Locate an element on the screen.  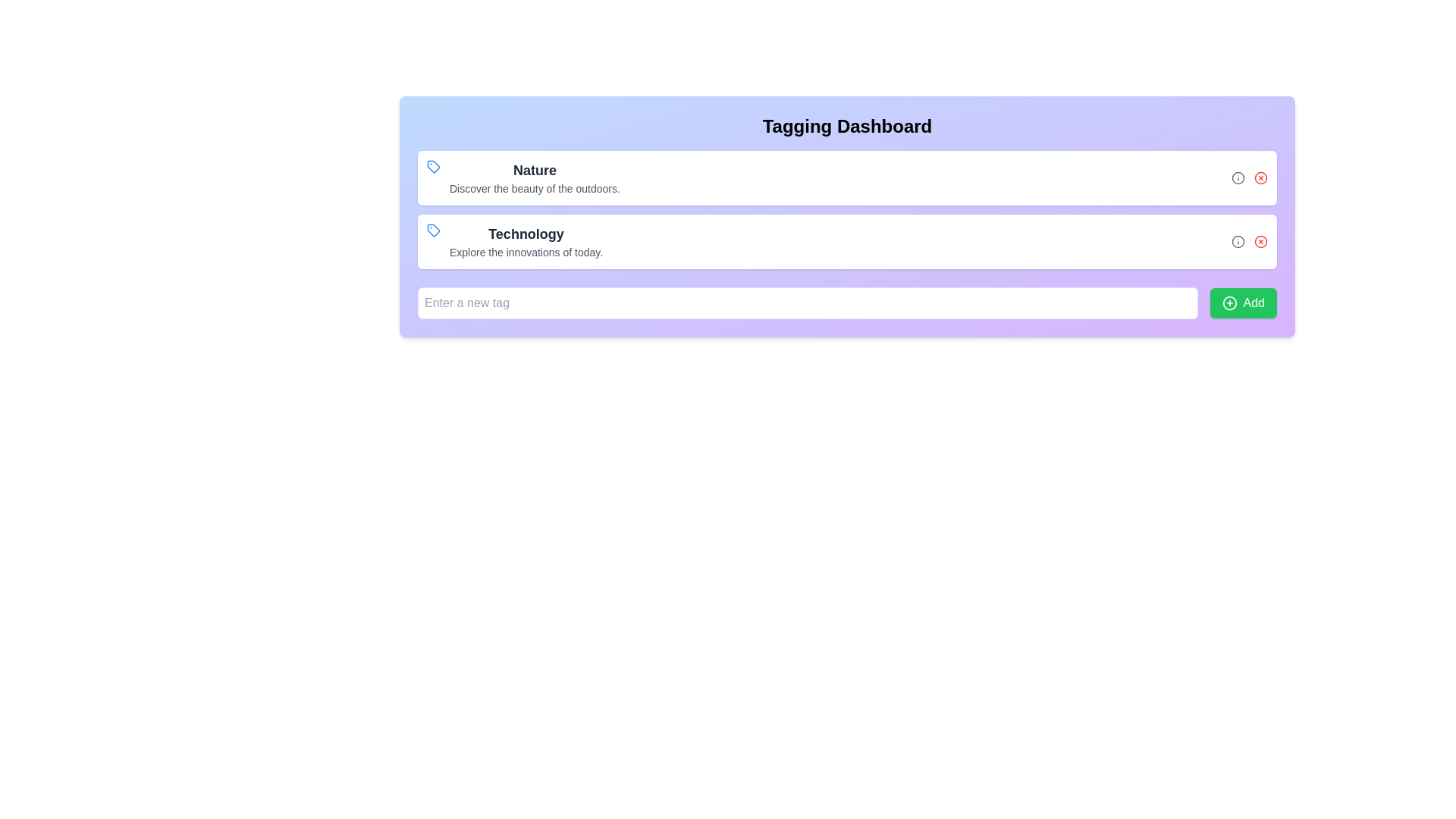
the icon located on the leftmost side of the 'Technology' section, which is adjacent to the word 'Technology' and above the text 'Explore the innovations of today.' is located at coordinates (432, 231).